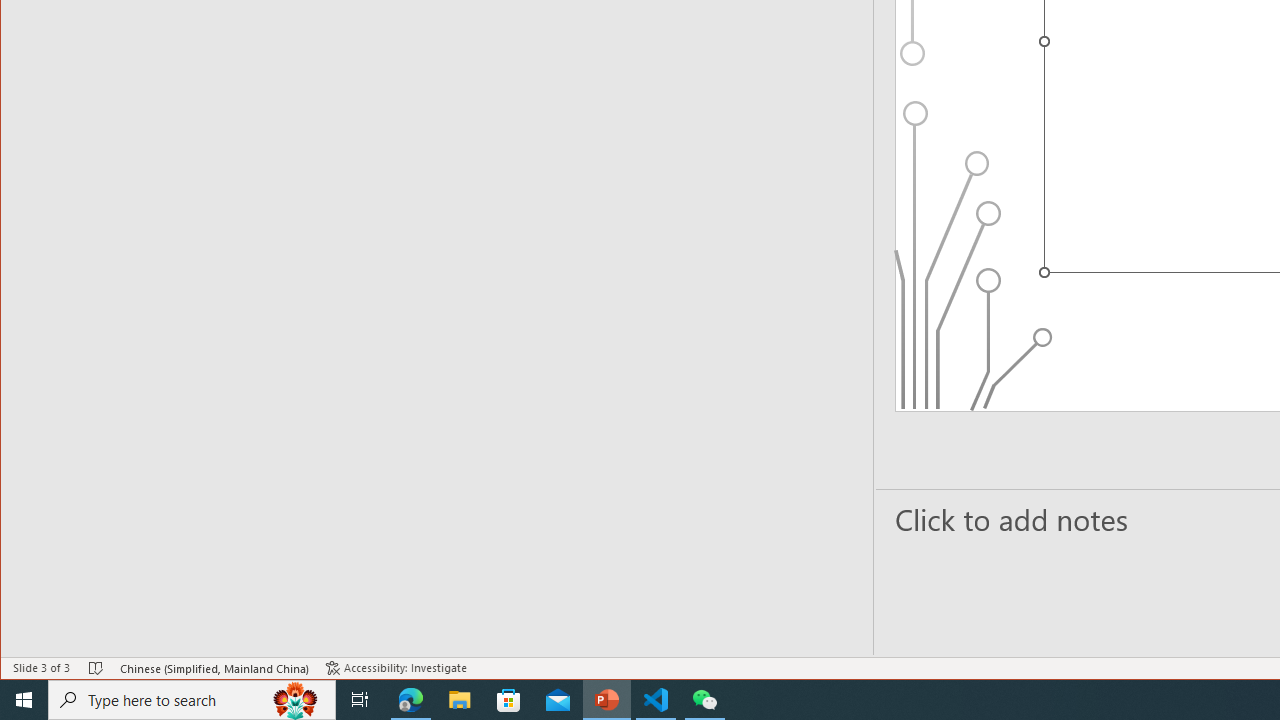  Describe the element at coordinates (459, 698) in the screenshot. I see `'File Explorer'` at that location.